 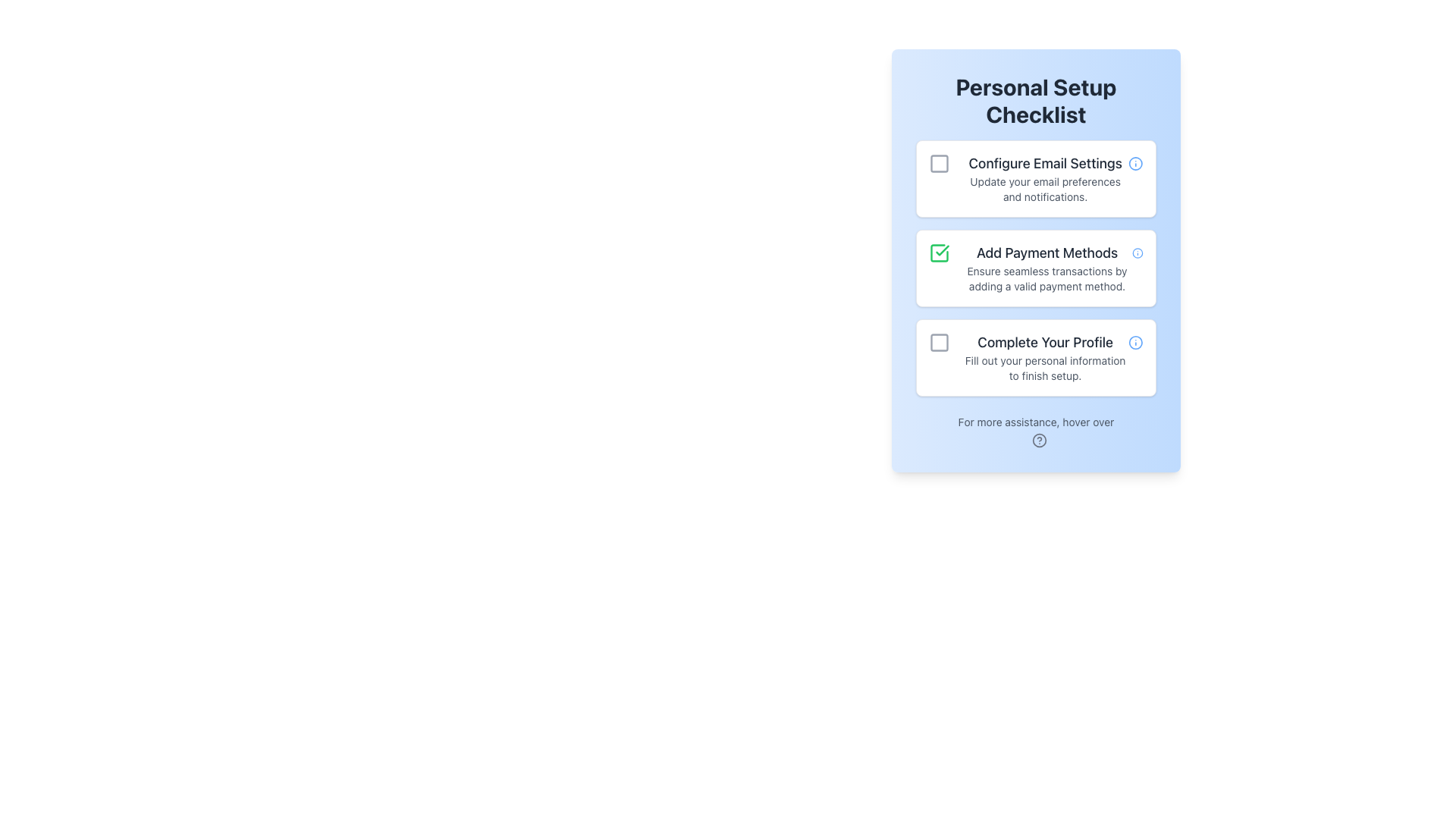 What do you see at coordinates (938, 342) in the screenshot?
I see `the checkbox located to the left of the text 'Complete Your Profile'` at bounding box center [938, 342].